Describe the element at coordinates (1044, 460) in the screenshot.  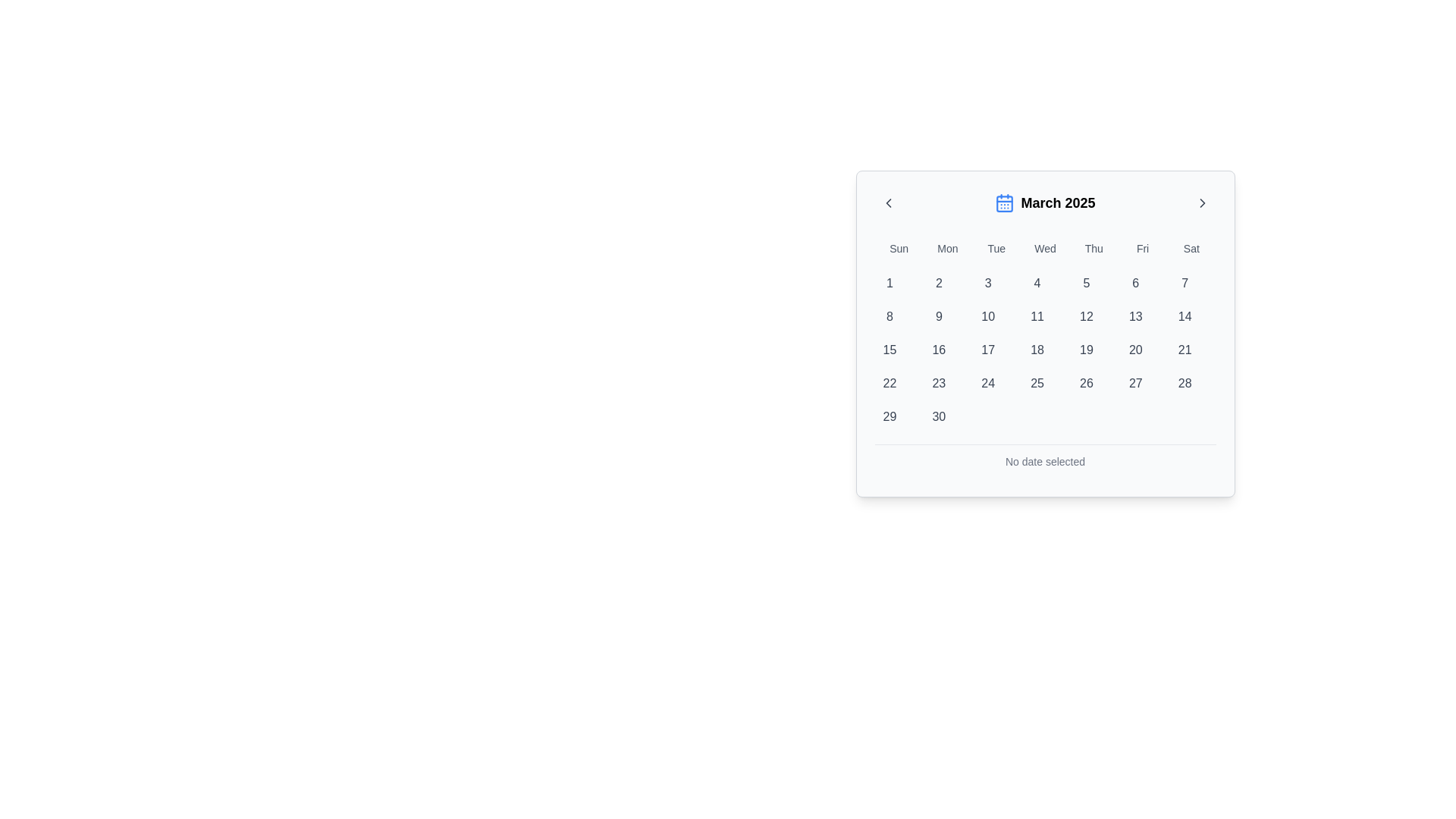
I see `the status indicator text that informs the user that no date has been selected, located at the bottom of the calendar component for March 2025` at that location.